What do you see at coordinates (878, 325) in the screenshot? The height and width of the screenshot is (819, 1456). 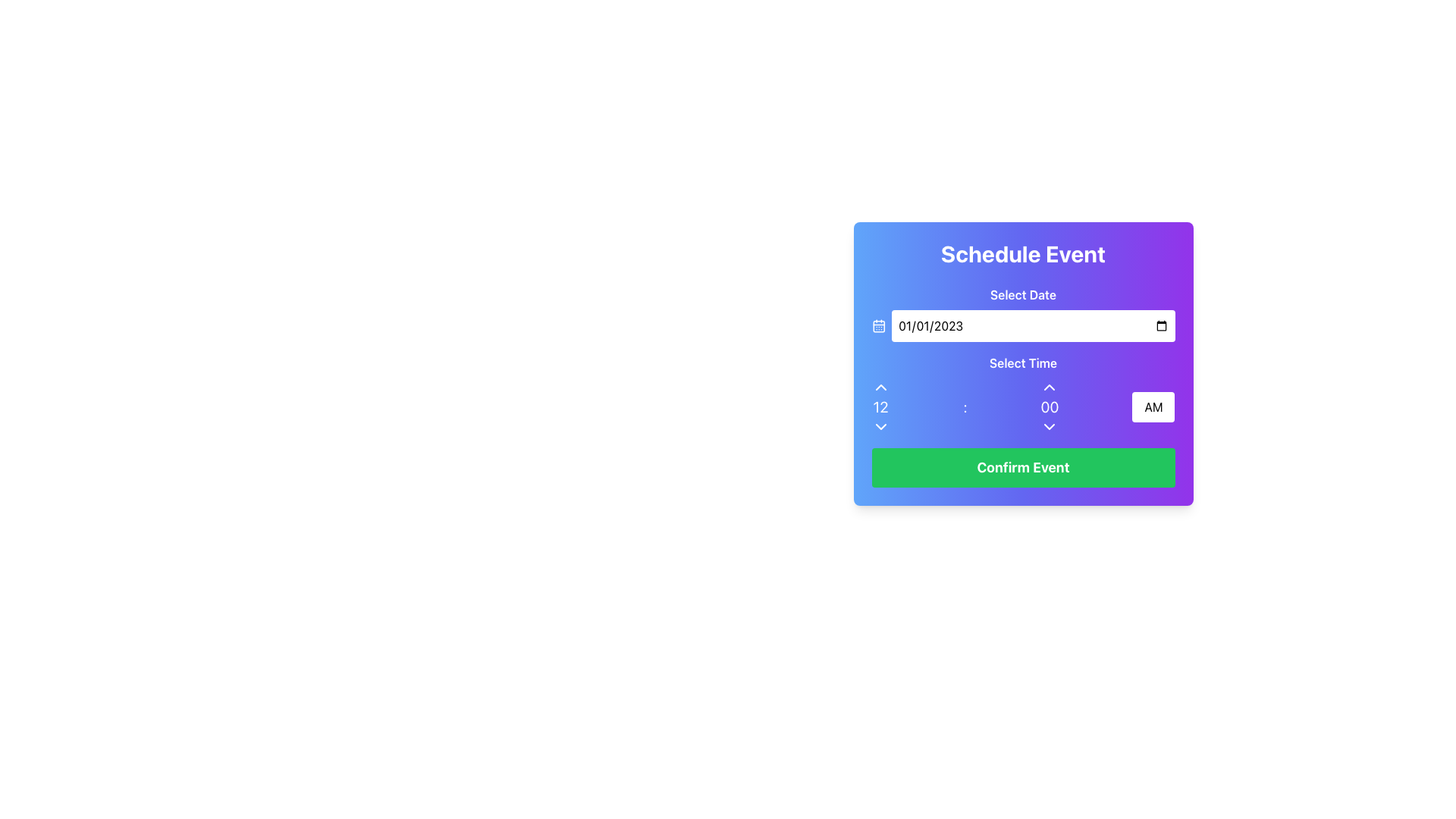 I see `the rectangular component styled within the calendar icon, located to the left of the 'Select Date' input field in the 'Schedule Event' section` at bounding box center [878, 325].